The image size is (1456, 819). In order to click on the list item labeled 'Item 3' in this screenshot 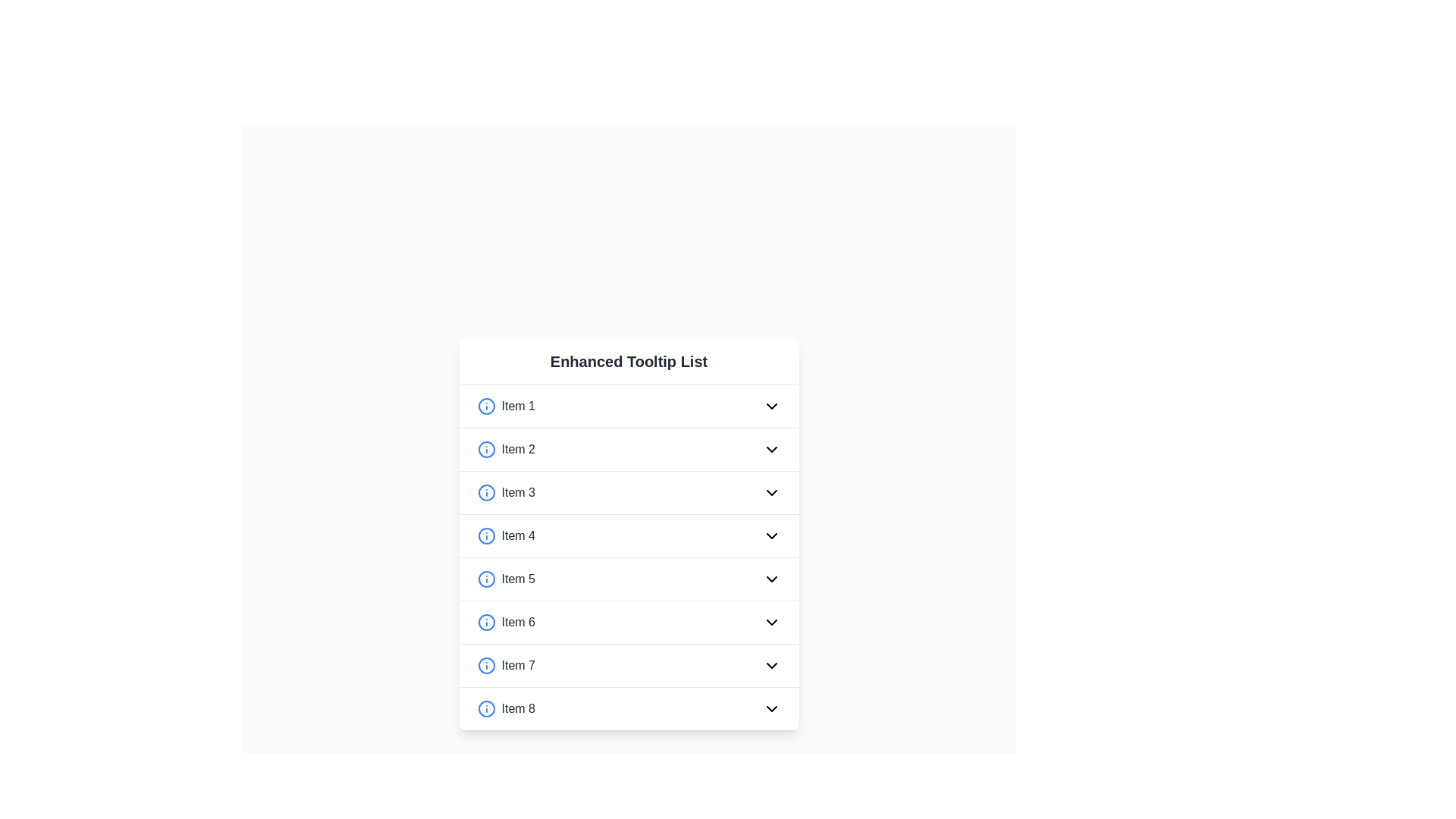, I will do `click(629, 492)`.